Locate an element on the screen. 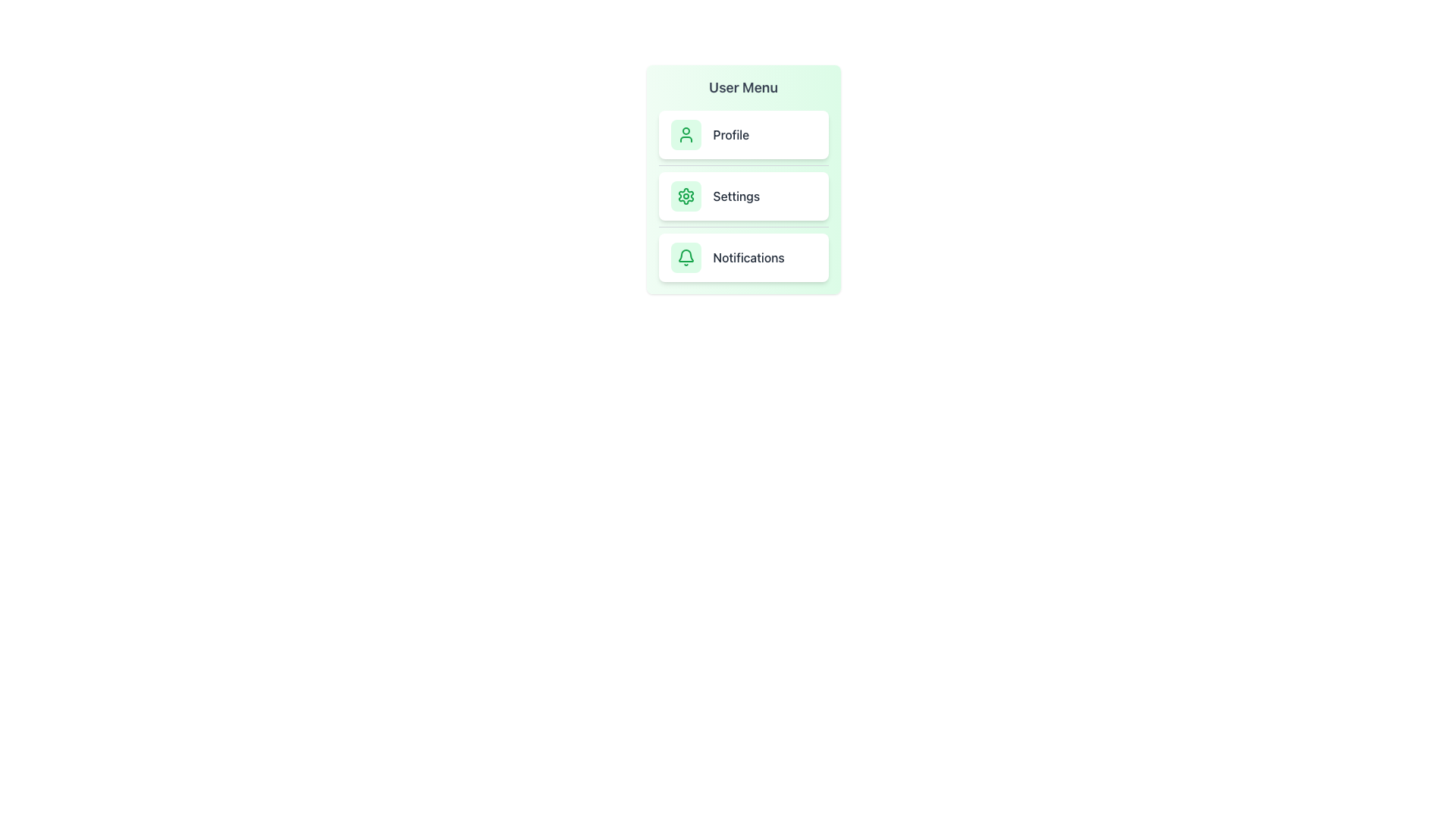  the horizontal Separator line that visually divides the Profile section and the Settings section in the user menu is located at coordinates (743, 165).